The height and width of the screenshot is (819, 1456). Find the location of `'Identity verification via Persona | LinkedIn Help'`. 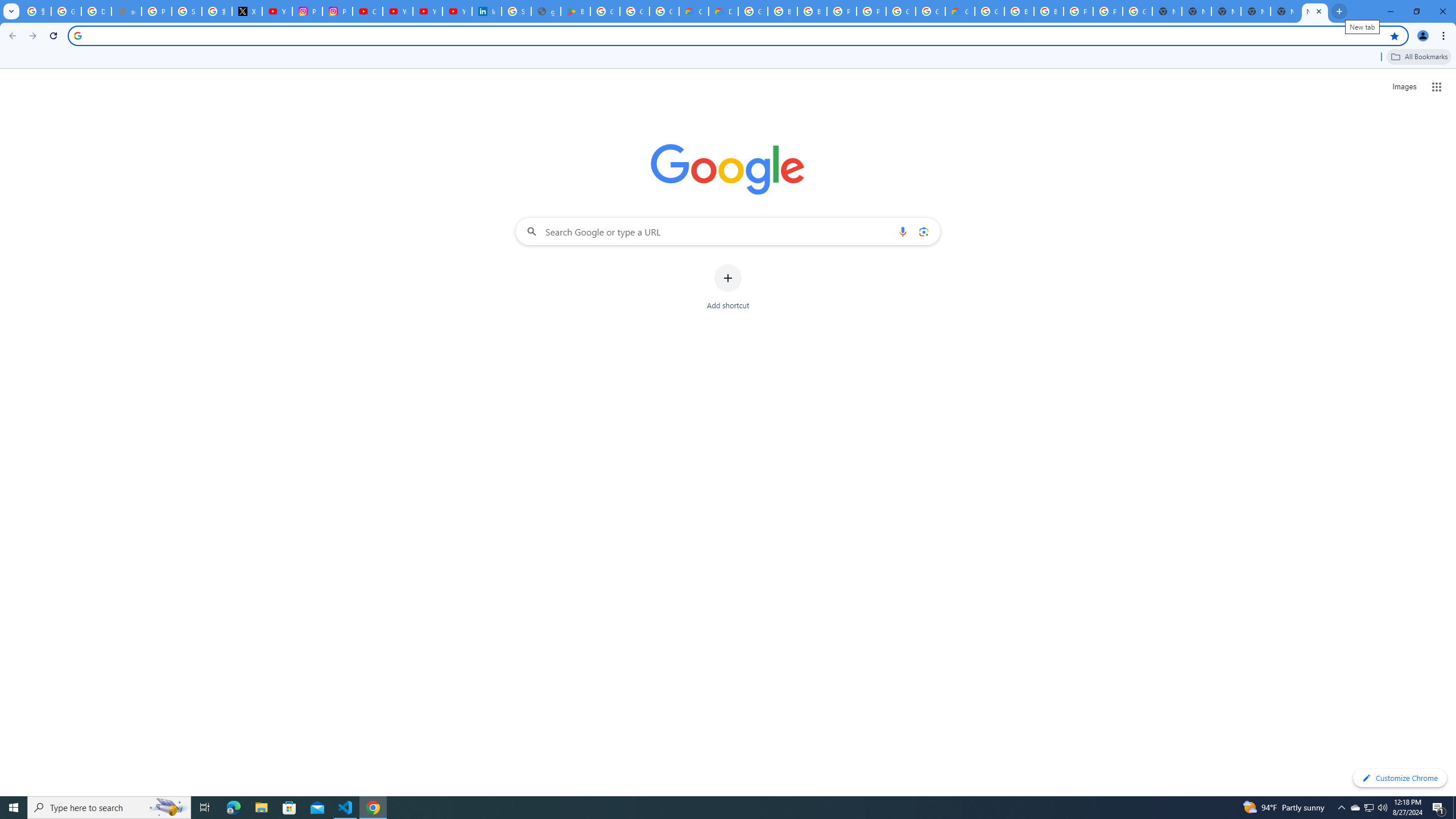

'Identity verification via Persona | LinkedIn Help' is located at coordinates (487, 11).